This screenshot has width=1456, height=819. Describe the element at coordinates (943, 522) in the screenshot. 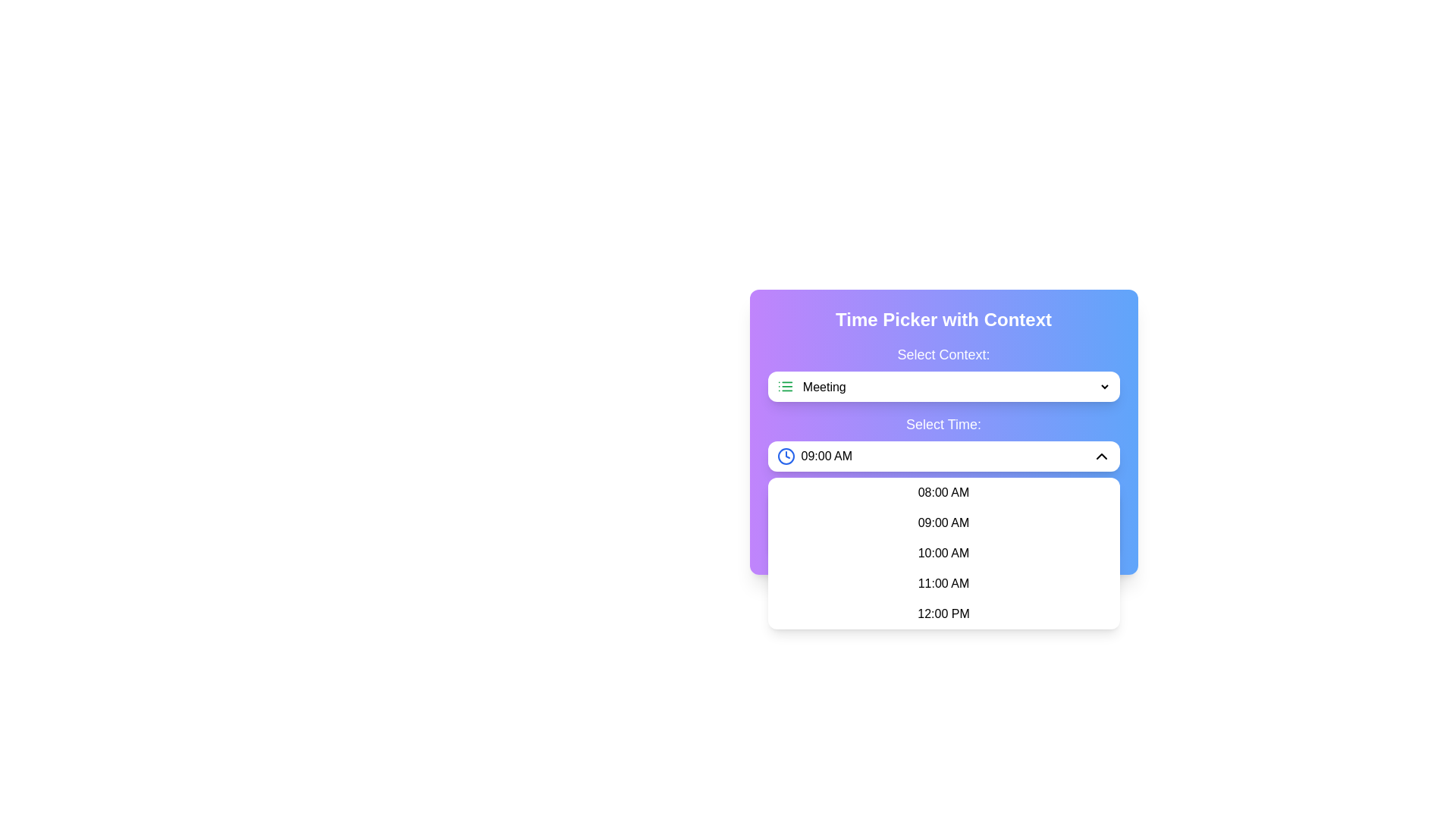

I see `the selectable time option '09:00 AM' in the dropdown menu` at that location.